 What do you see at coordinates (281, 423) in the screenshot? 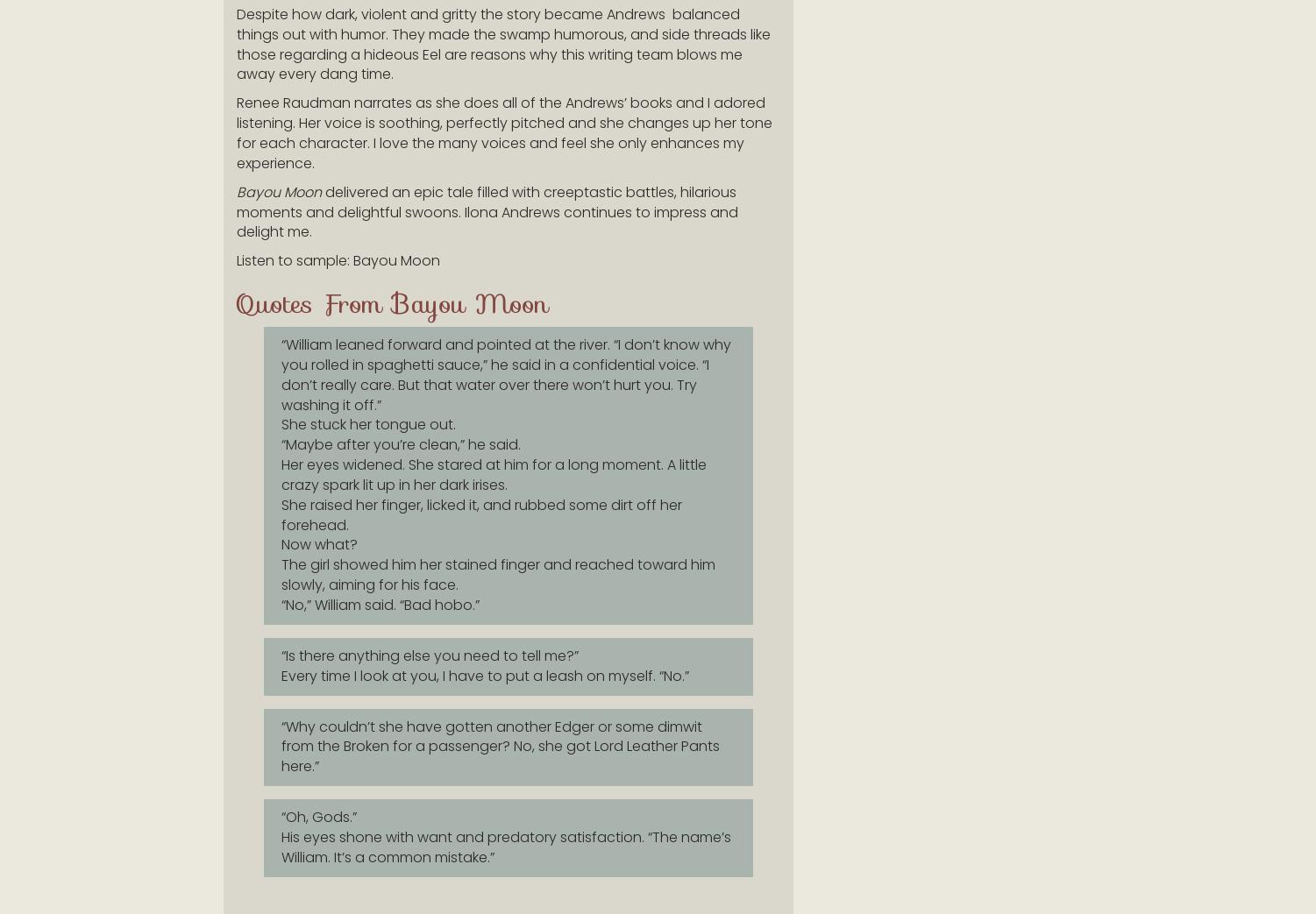
I see `'She stuck her tongue out.'` at bounding box center [281, 423].